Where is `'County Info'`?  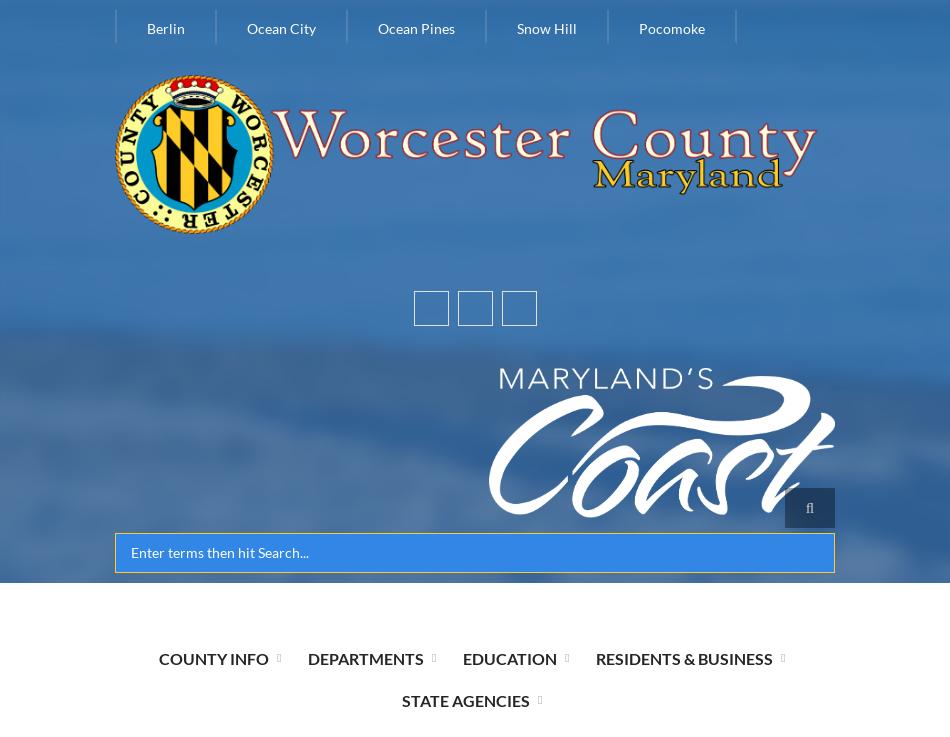
'County Info' is located at coordinates (212, 656).